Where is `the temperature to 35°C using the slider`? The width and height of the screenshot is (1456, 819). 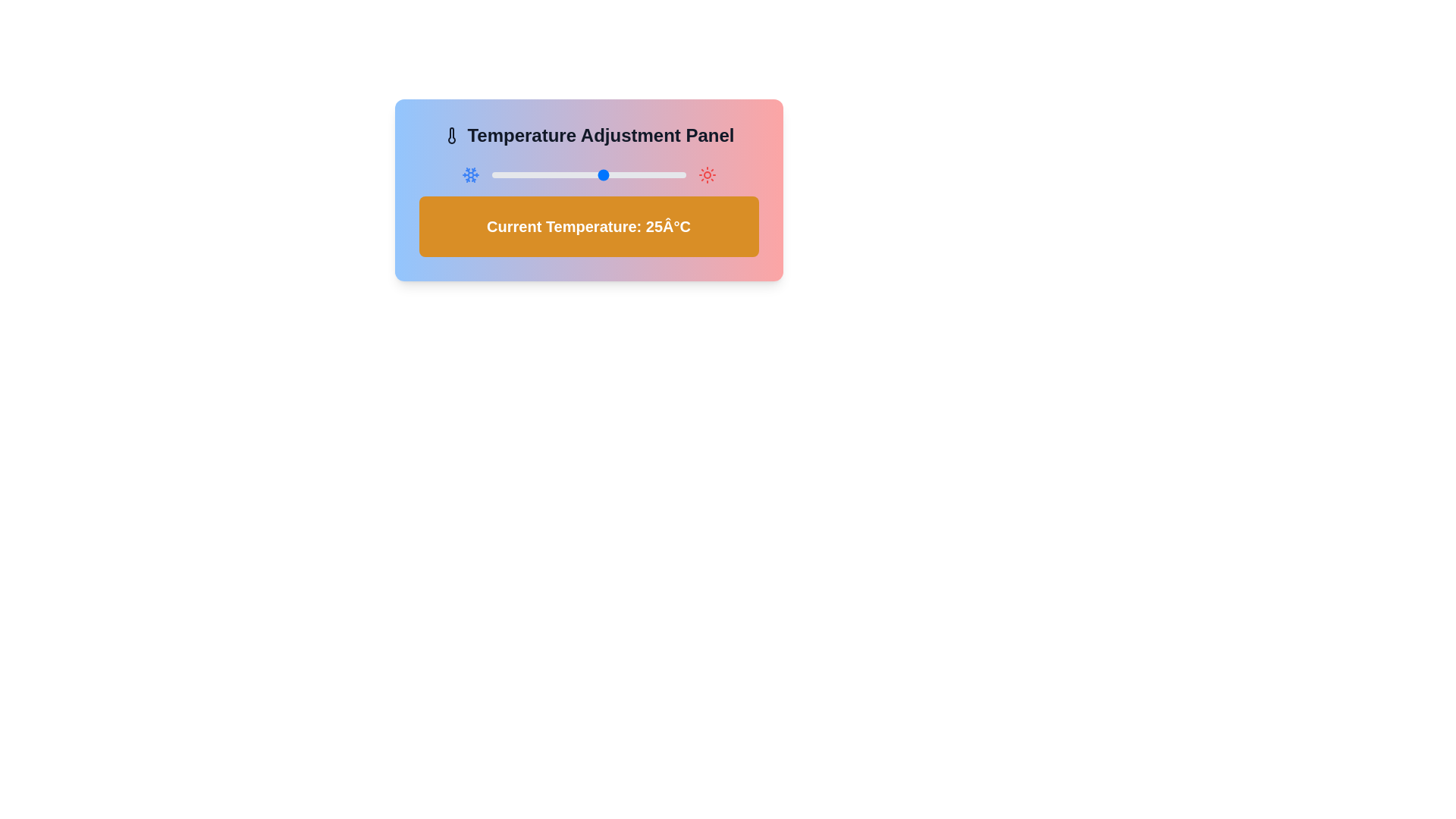 the temperature to 35°C using the slider is located at coordinates (637, 174).